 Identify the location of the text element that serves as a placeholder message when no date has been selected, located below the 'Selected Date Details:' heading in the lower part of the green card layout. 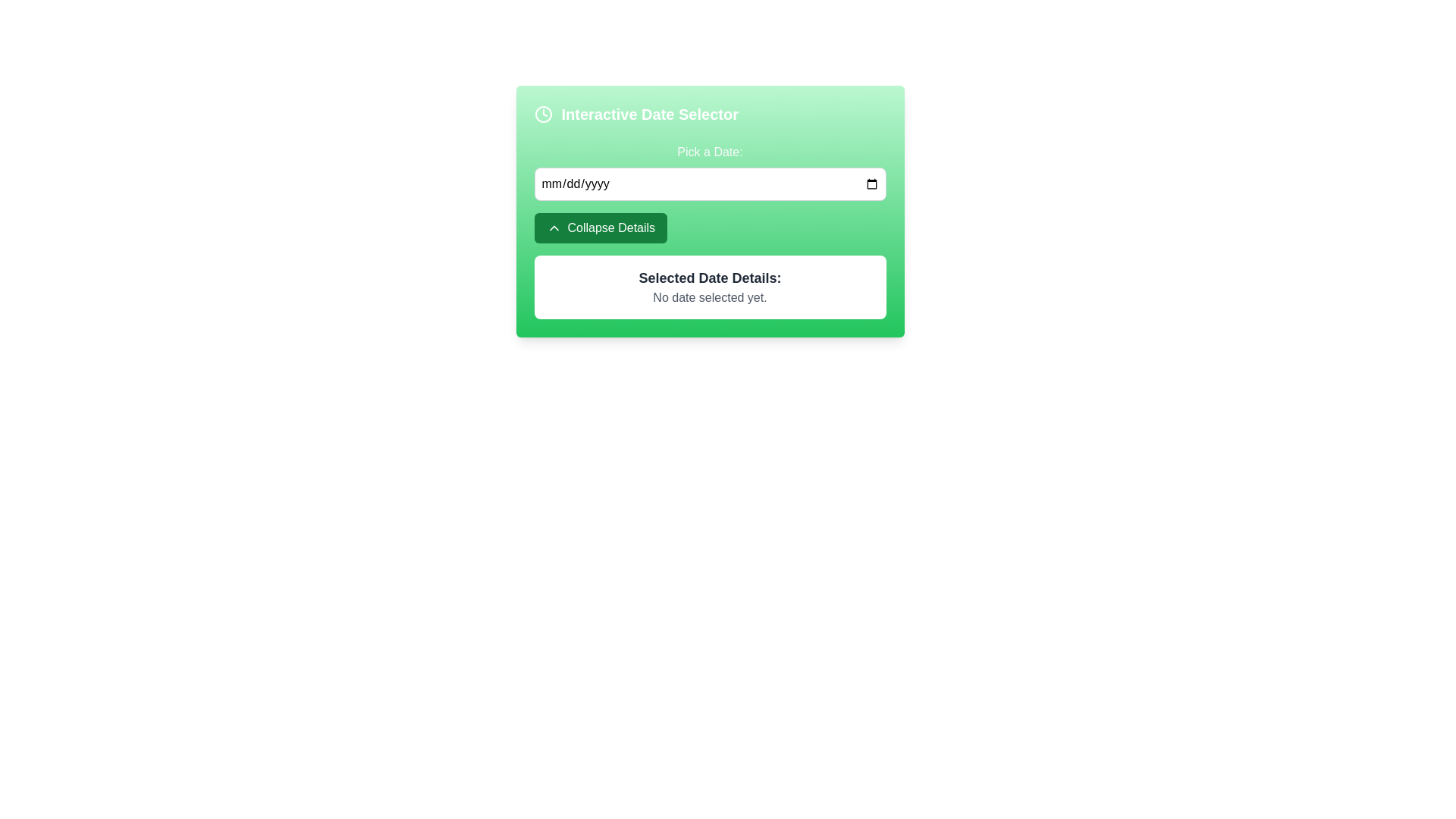
(709, 298).